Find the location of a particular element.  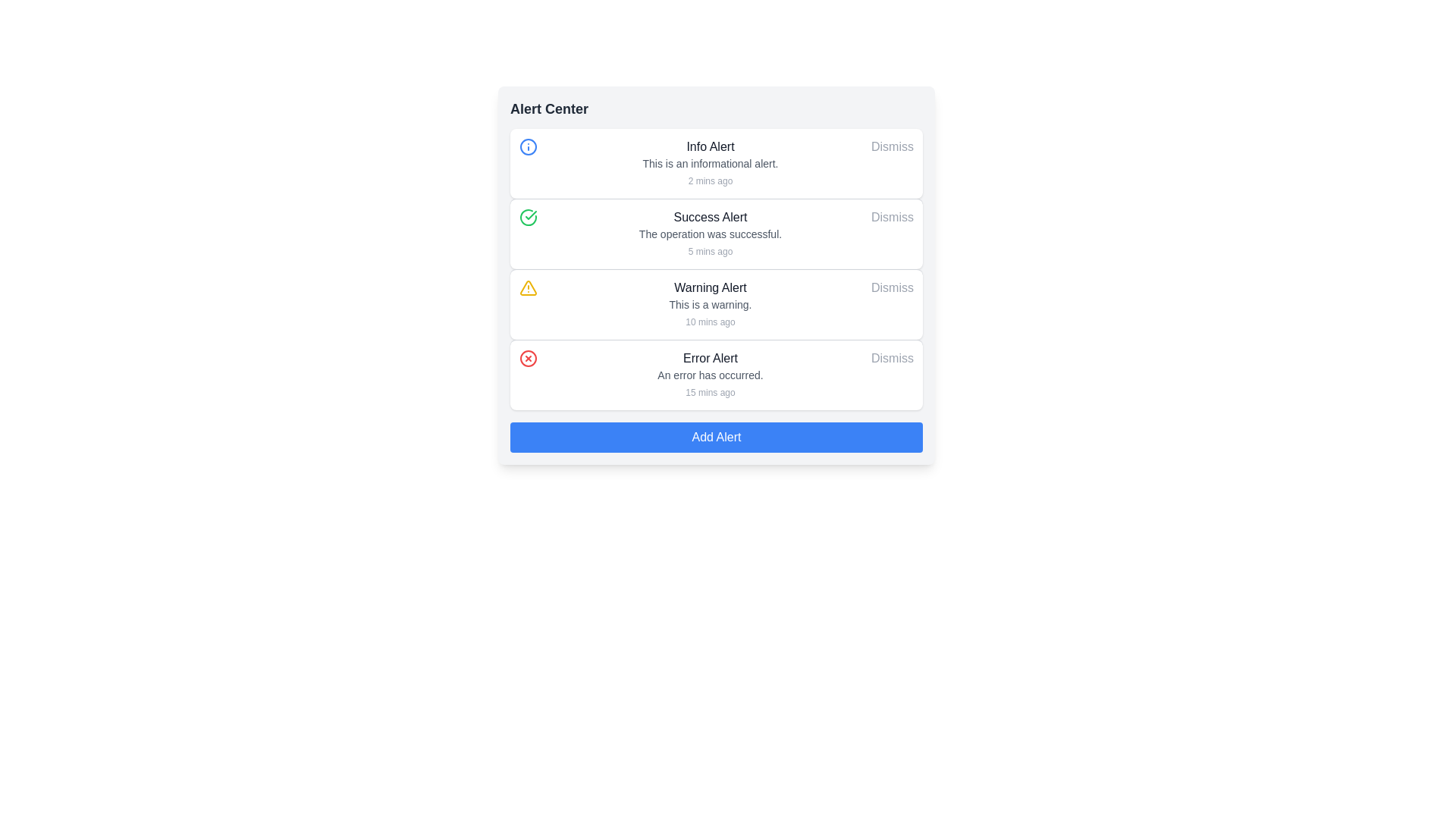

the error indicator icon located at the leftmost side of the error alert card, which precedes the text 'Error Alert' is located at coordinates (528, 359).